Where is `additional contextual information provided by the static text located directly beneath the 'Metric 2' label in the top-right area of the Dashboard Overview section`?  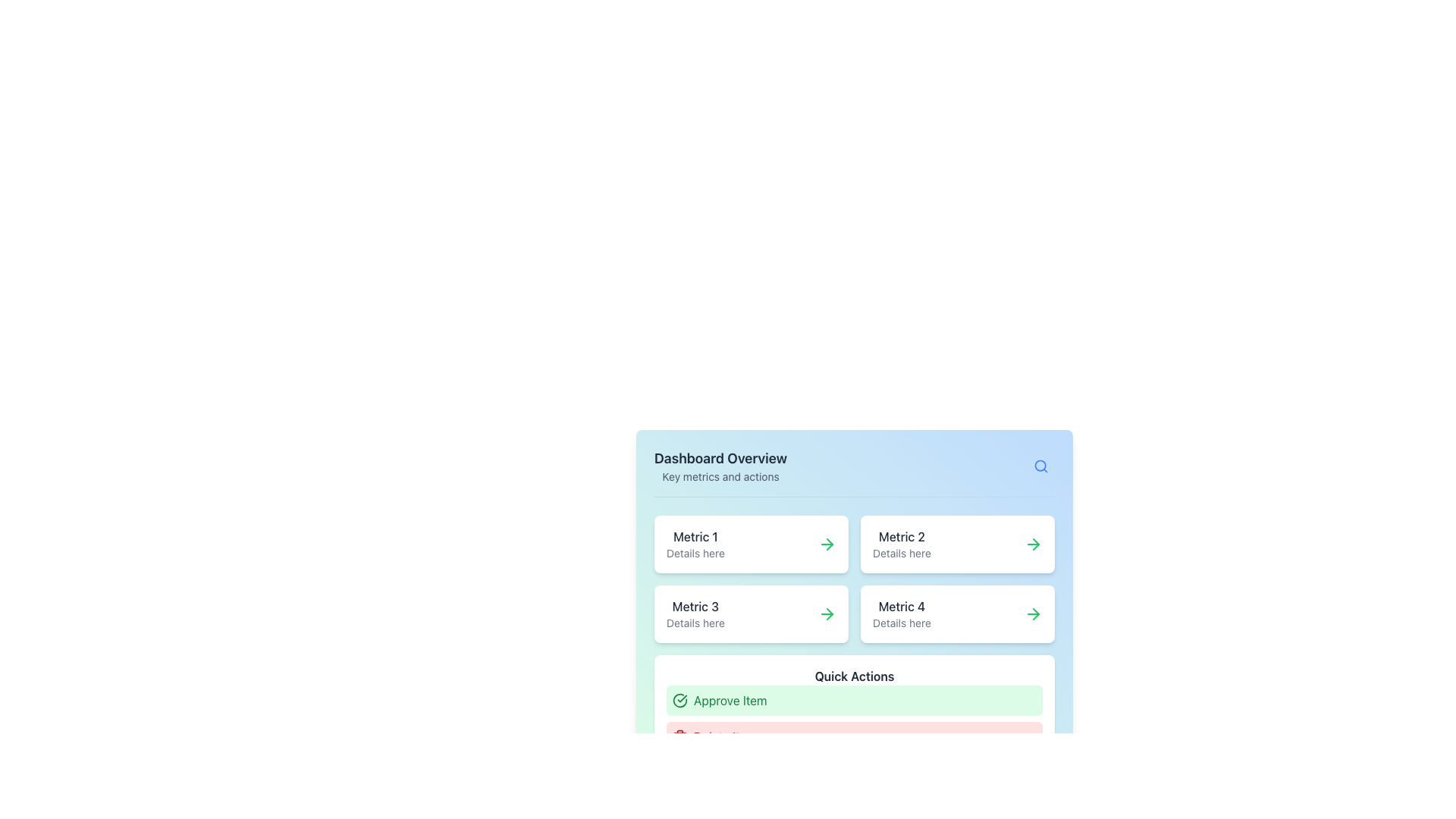
additional contextual information provided by the static text located directly beneath the 'Metric 2' label in the top-right area of the Dashboard Overview section is located at coordinates (902, 553).